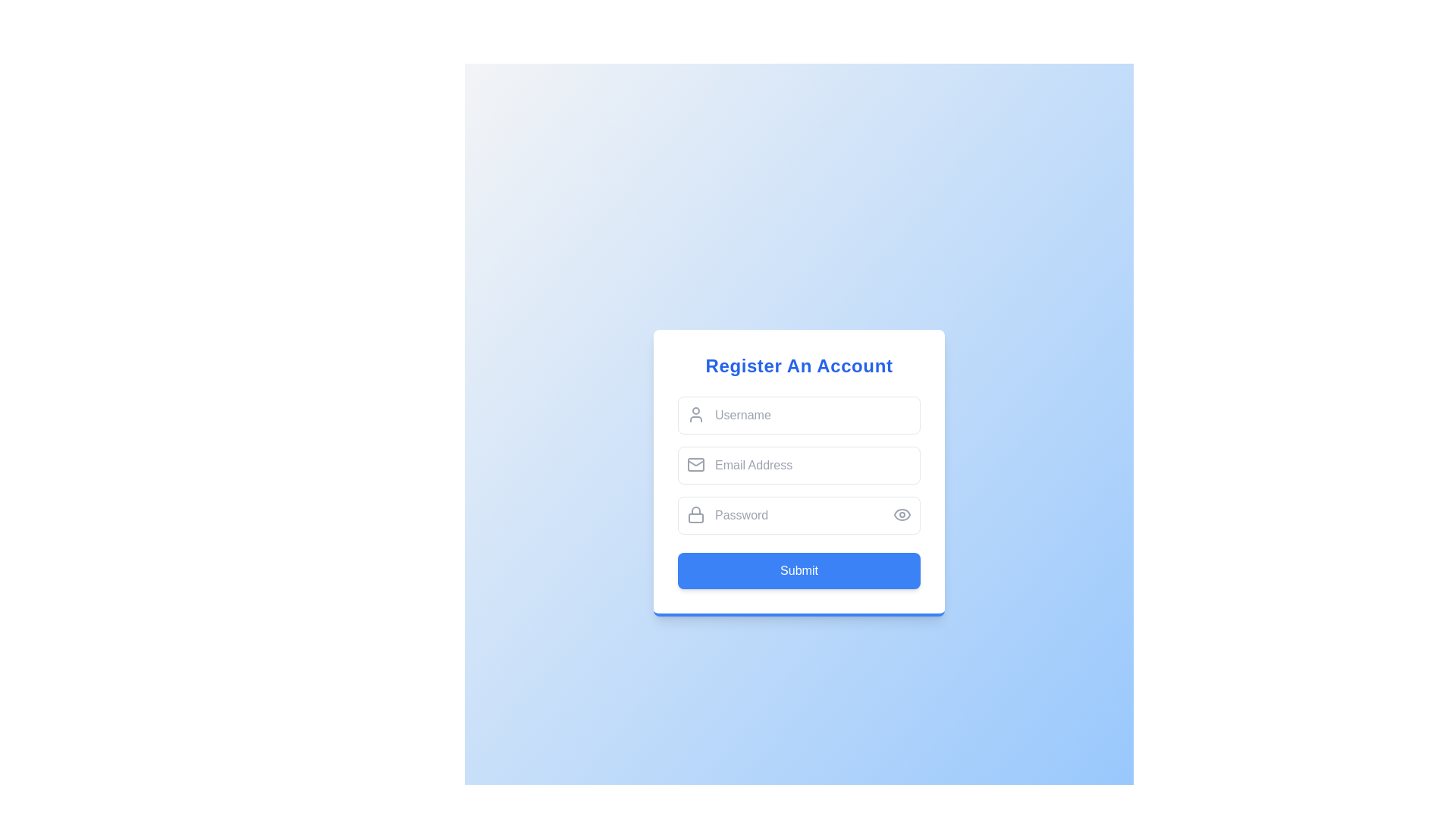  What do you see at coordinates (695, 513) in the screenshot?
I see `the gray lock icon that is positioned at the beginning of the password input field, serving as an indicator for the field's purpose` at bounding box center [695, 513].